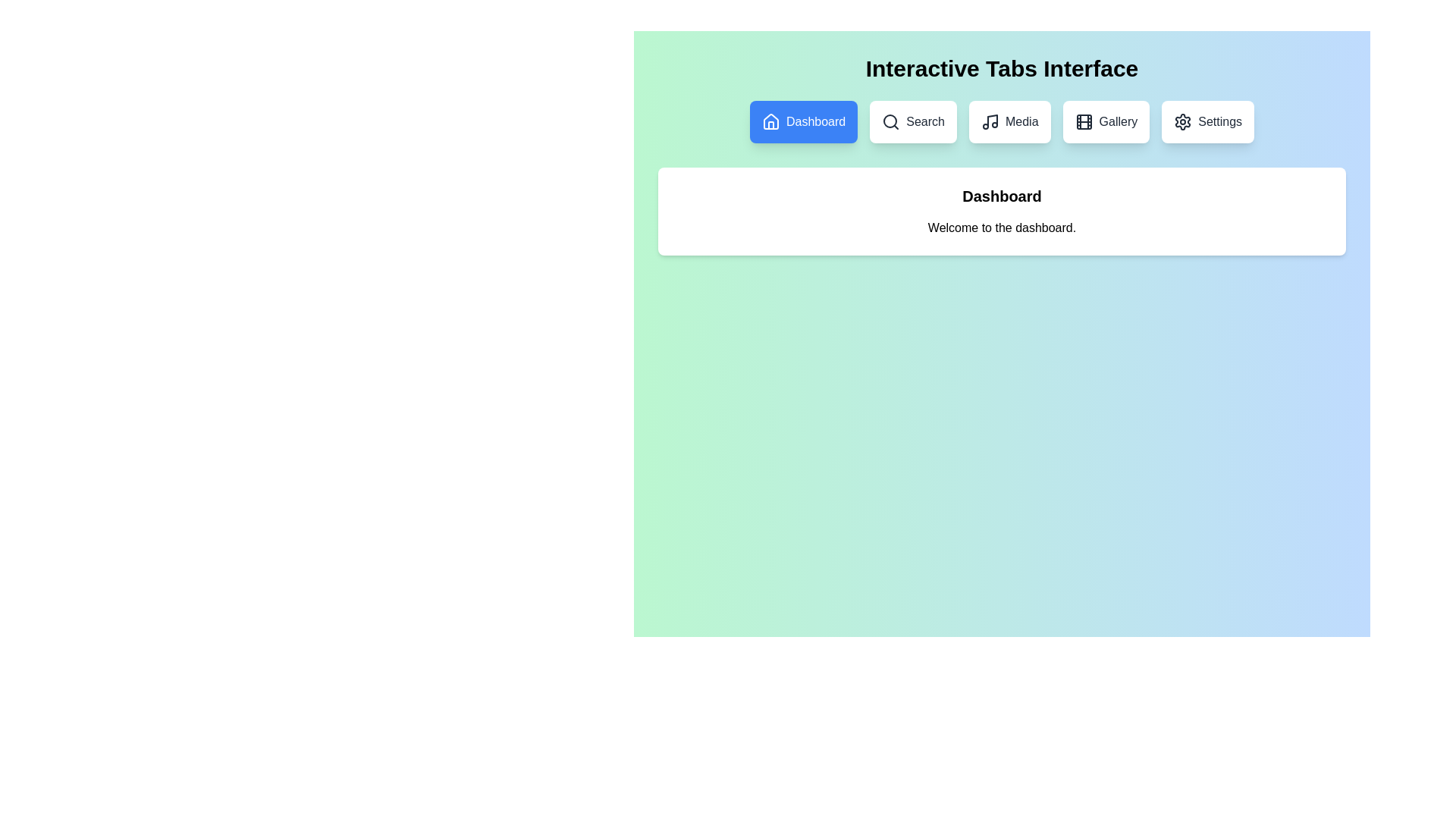 This screenshot has width=1456, height=819. Describe the element at coordinates (771, 121) in the screenshot. I see `the house-shaped icon with a blue background and white outer structure located within the 'Dashboard' button in the top left corner of the button group` at that location.